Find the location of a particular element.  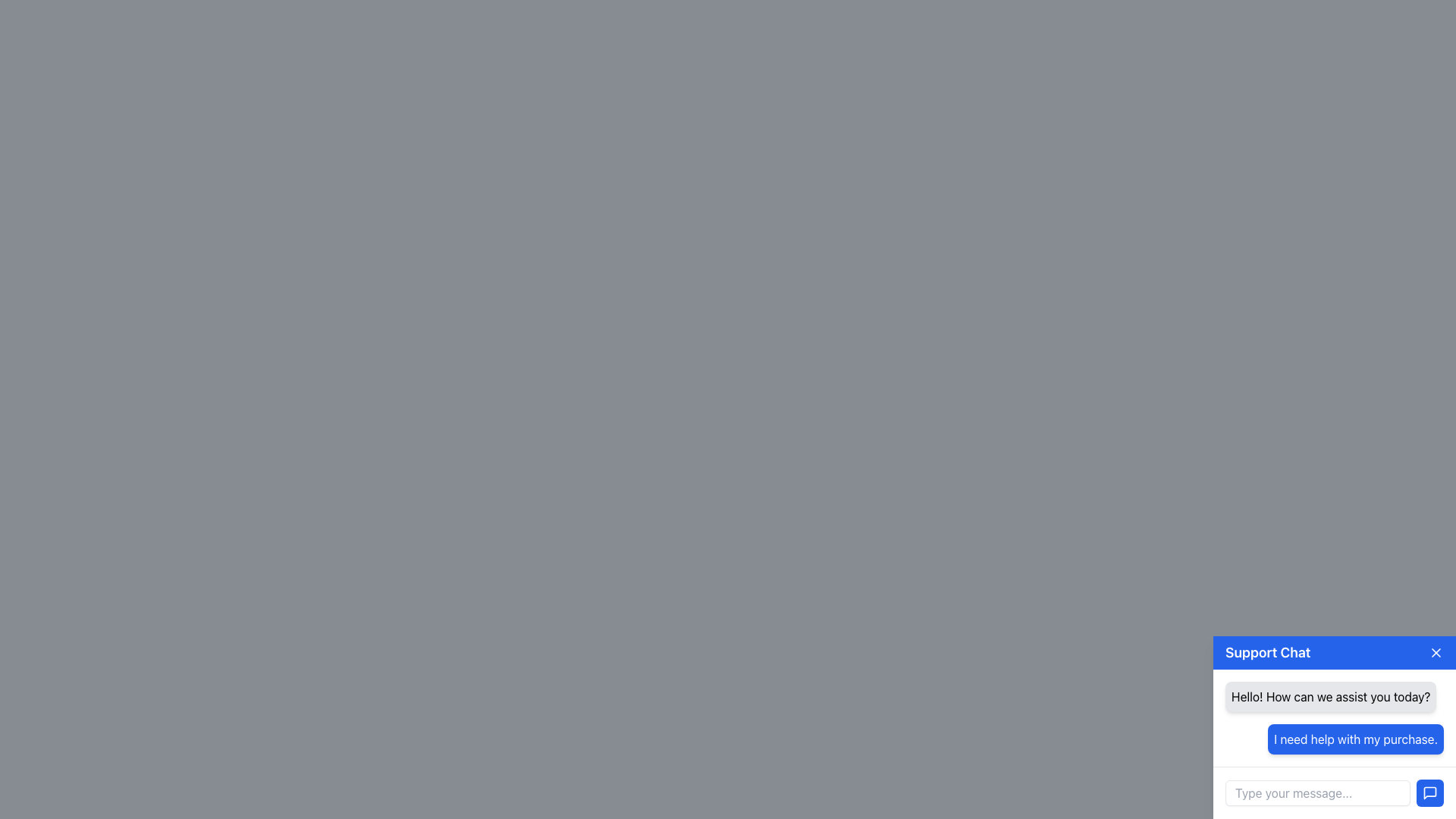

the small, square blue button with a speech bubble icon located at the bottom-right corner of the chat interface to send a message is located at coordinates (1429, 792).